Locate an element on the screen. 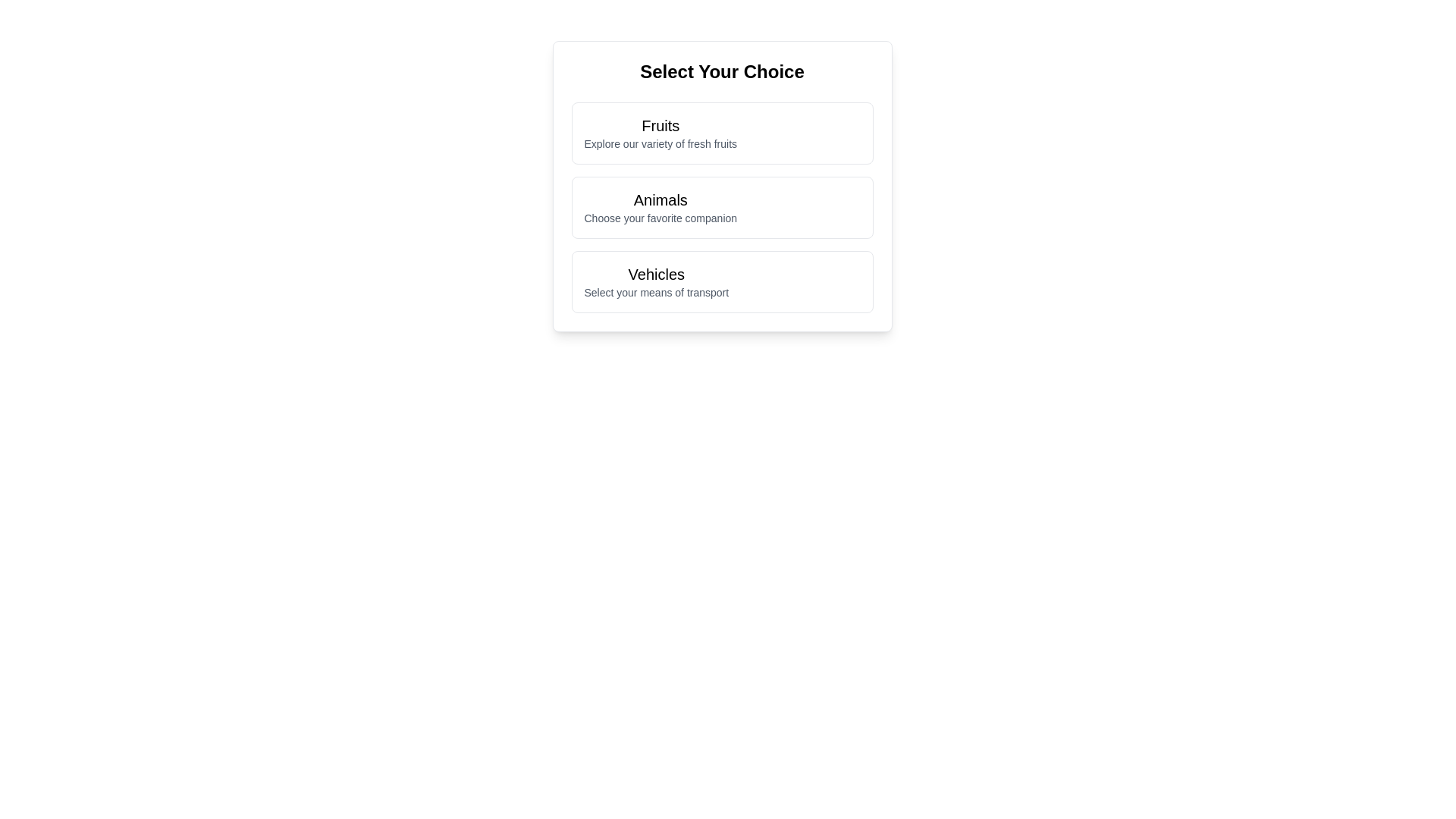 This screenshot has height=819, width=1456. the text label displaying 'Select your means of transport', which is styled in a small gray font and located below the bold label 'Vehicles' is located at coordinates (656, 292).